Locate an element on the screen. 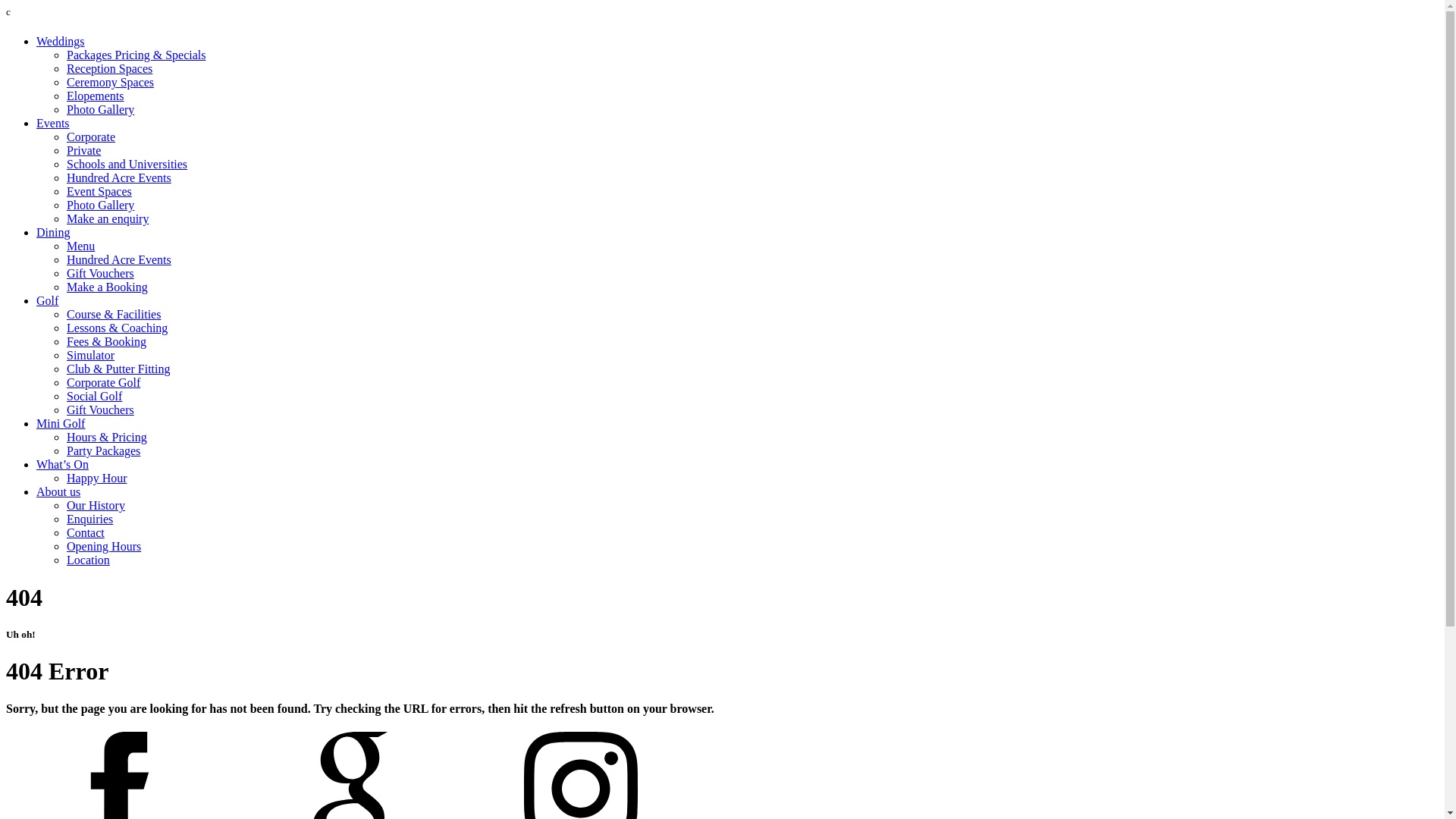 Image resolution: width=1456 pixels, height=819 pixels. 'Make an enquiry' is located at coordinates (107, 218).